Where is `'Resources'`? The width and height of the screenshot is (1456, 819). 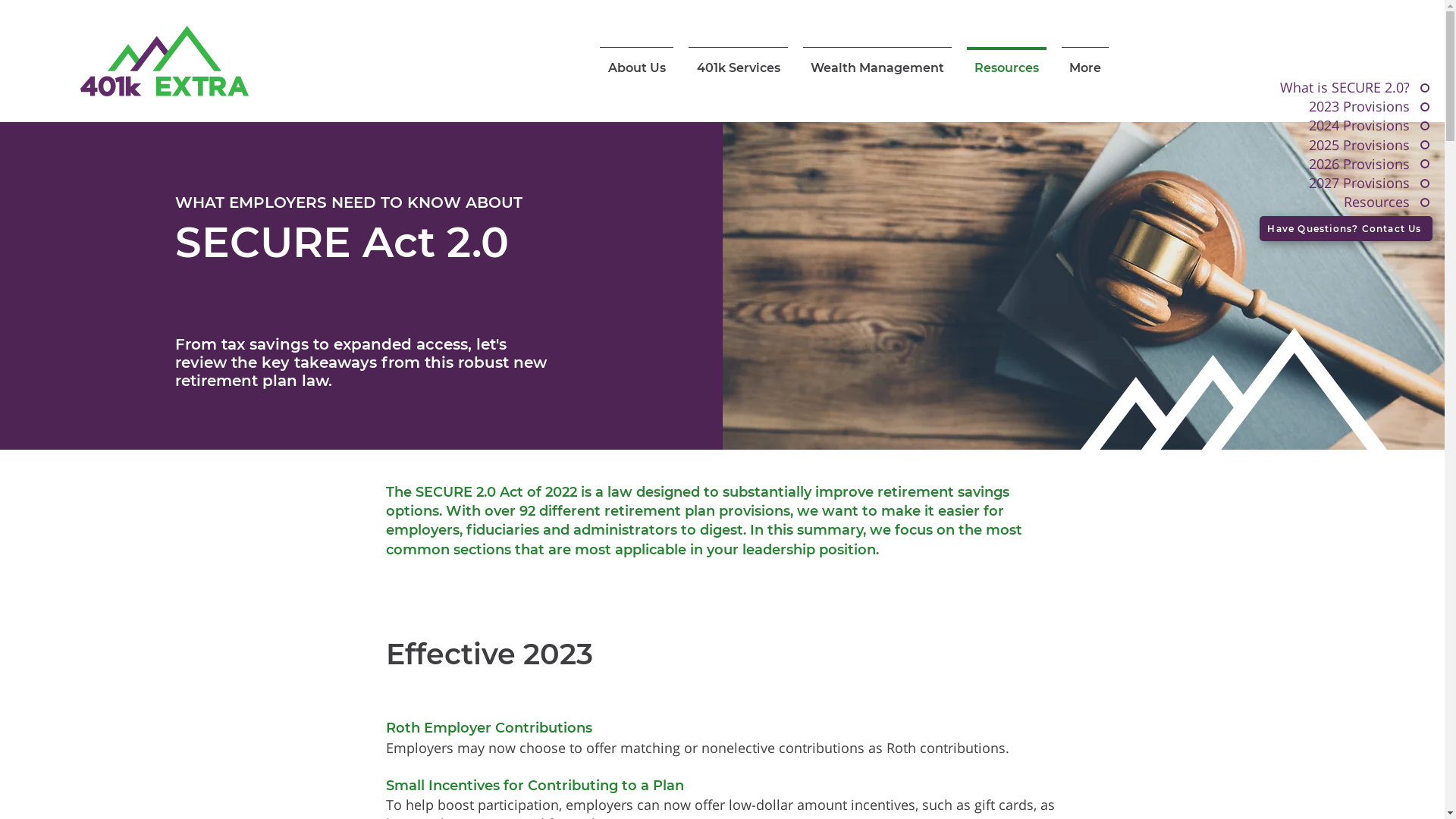 'Resources' is located at coordinates (1305, 201).